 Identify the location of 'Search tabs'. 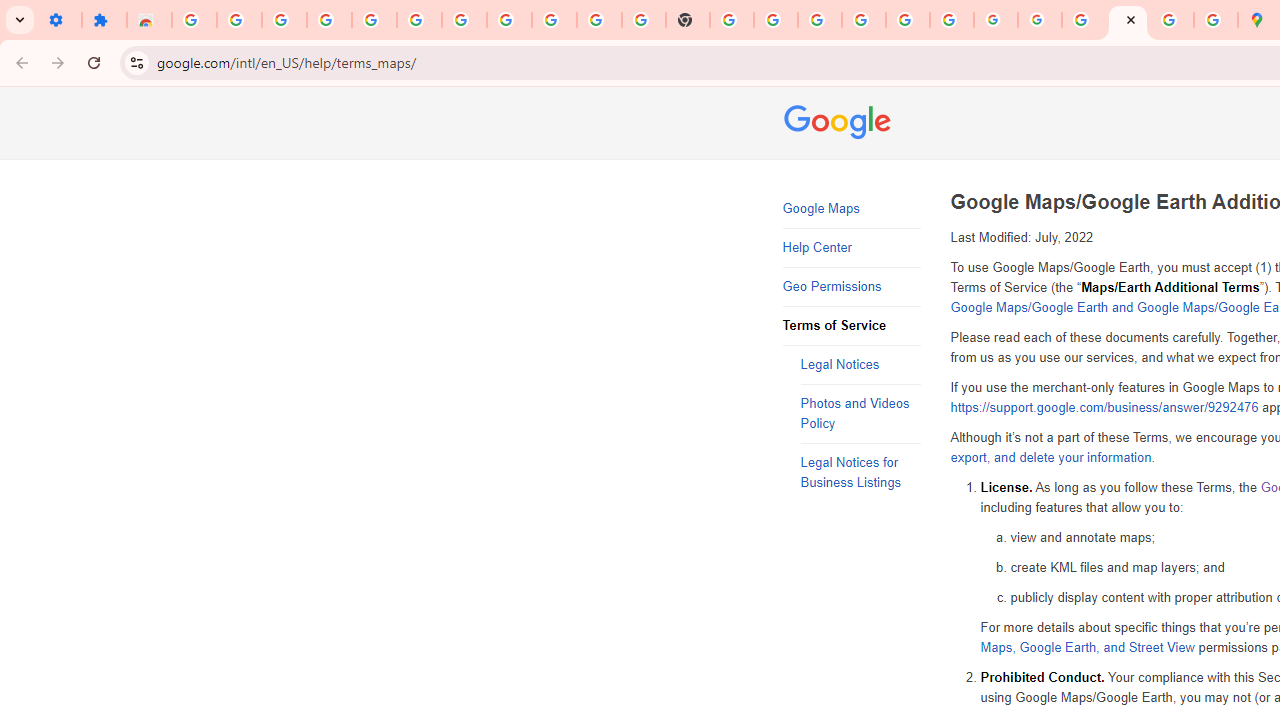
(20, 20).